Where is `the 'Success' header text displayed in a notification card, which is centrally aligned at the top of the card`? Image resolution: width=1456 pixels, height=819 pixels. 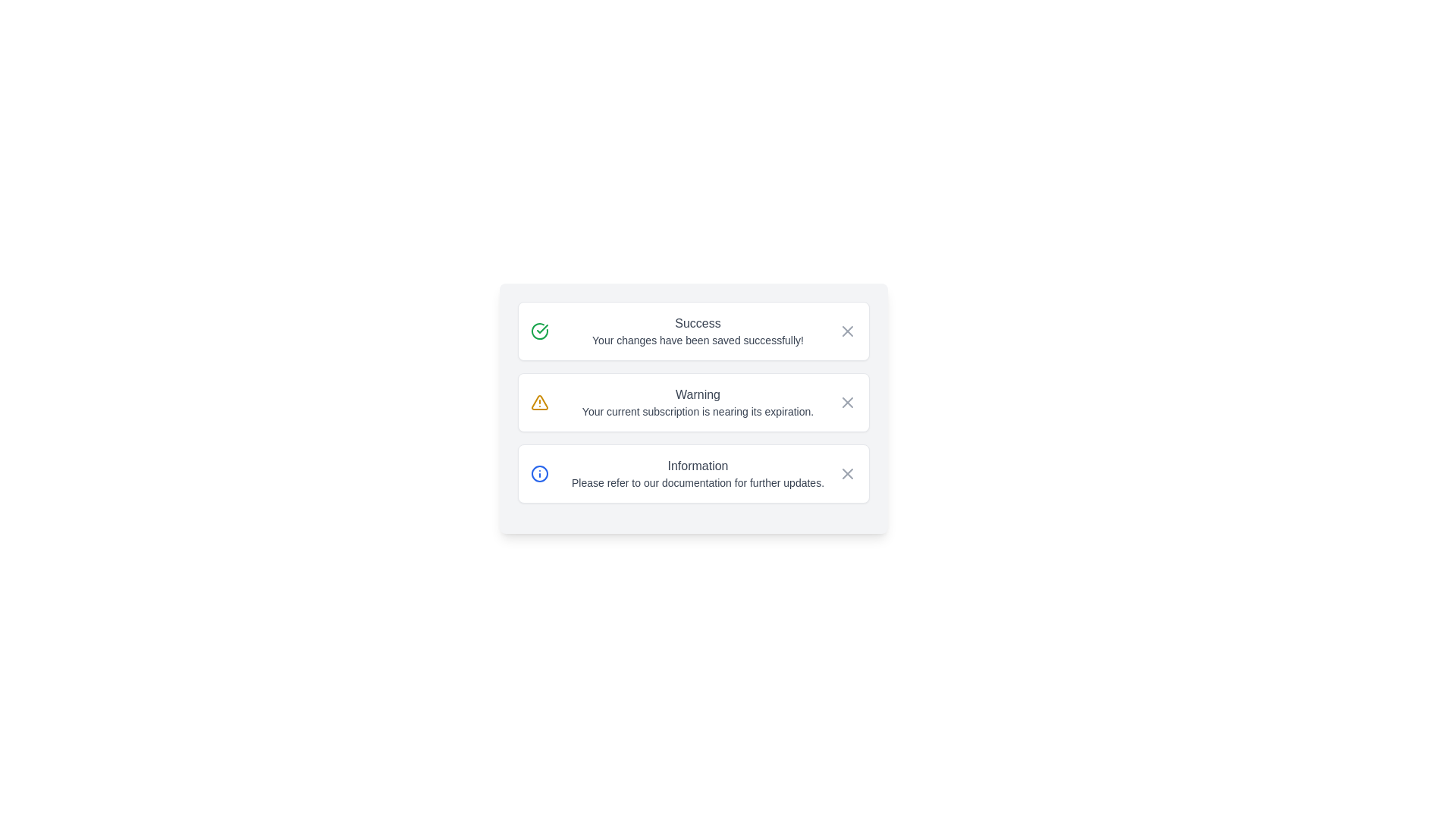 the 'Success' header text displayed in a notification card, which is centrally aligned at the top of the card is located at coordinates (697, 323).